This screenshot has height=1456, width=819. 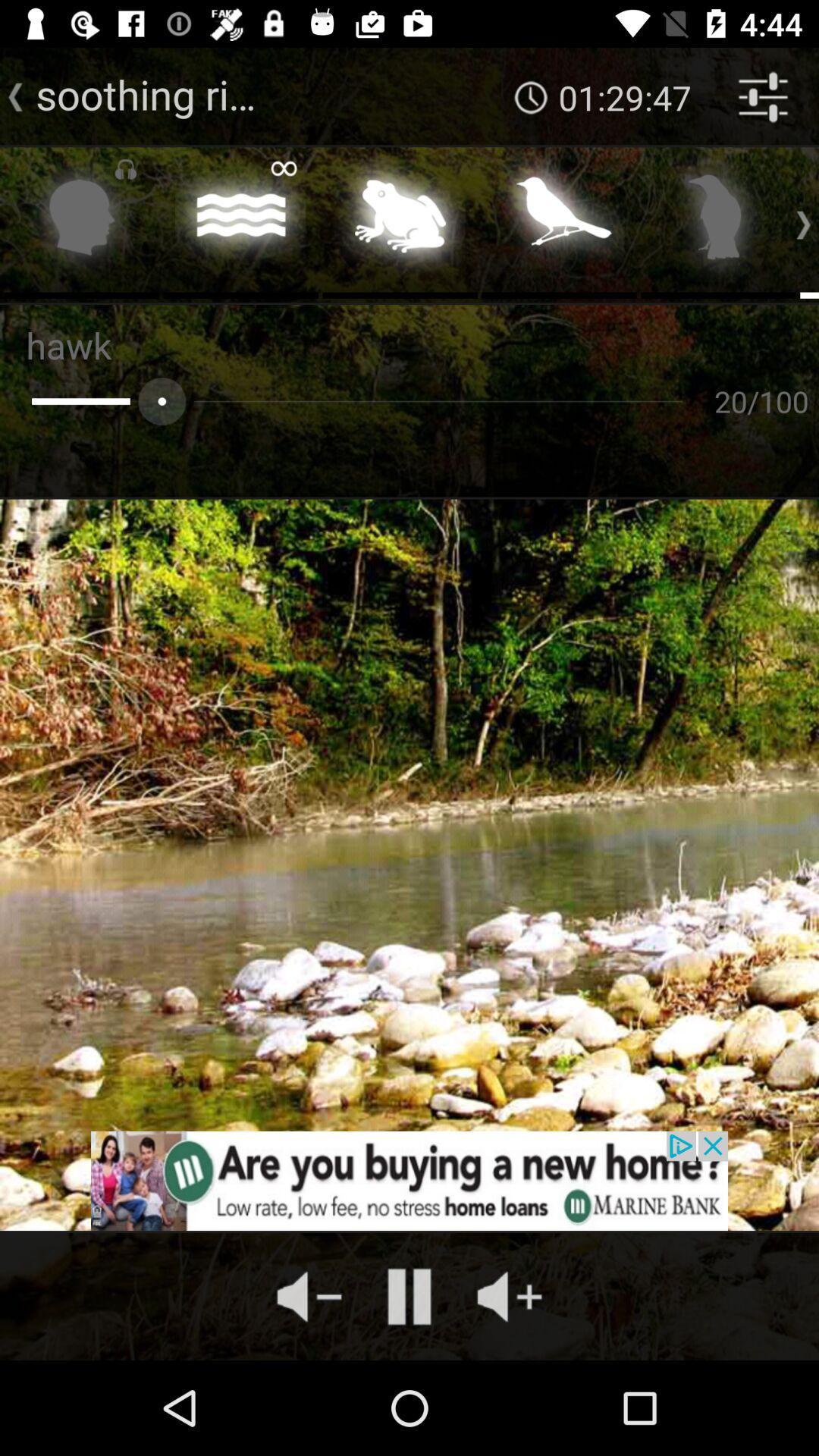 What do you see at coordinates (399, 221) in the screenshot?
I see `switch frog sound` at bounding box center [399, 221].